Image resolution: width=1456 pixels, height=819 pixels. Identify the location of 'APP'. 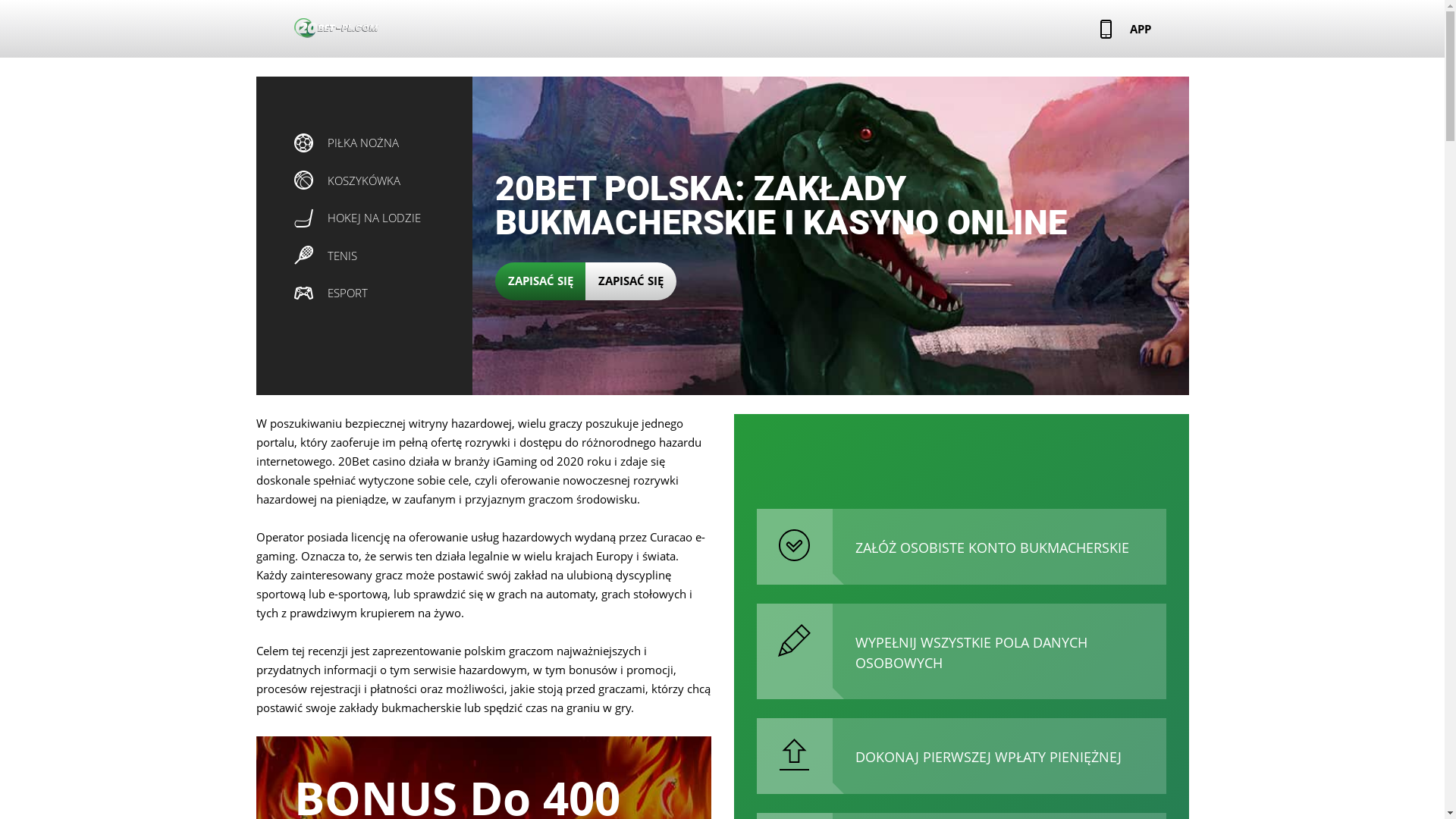
(1125, 28).